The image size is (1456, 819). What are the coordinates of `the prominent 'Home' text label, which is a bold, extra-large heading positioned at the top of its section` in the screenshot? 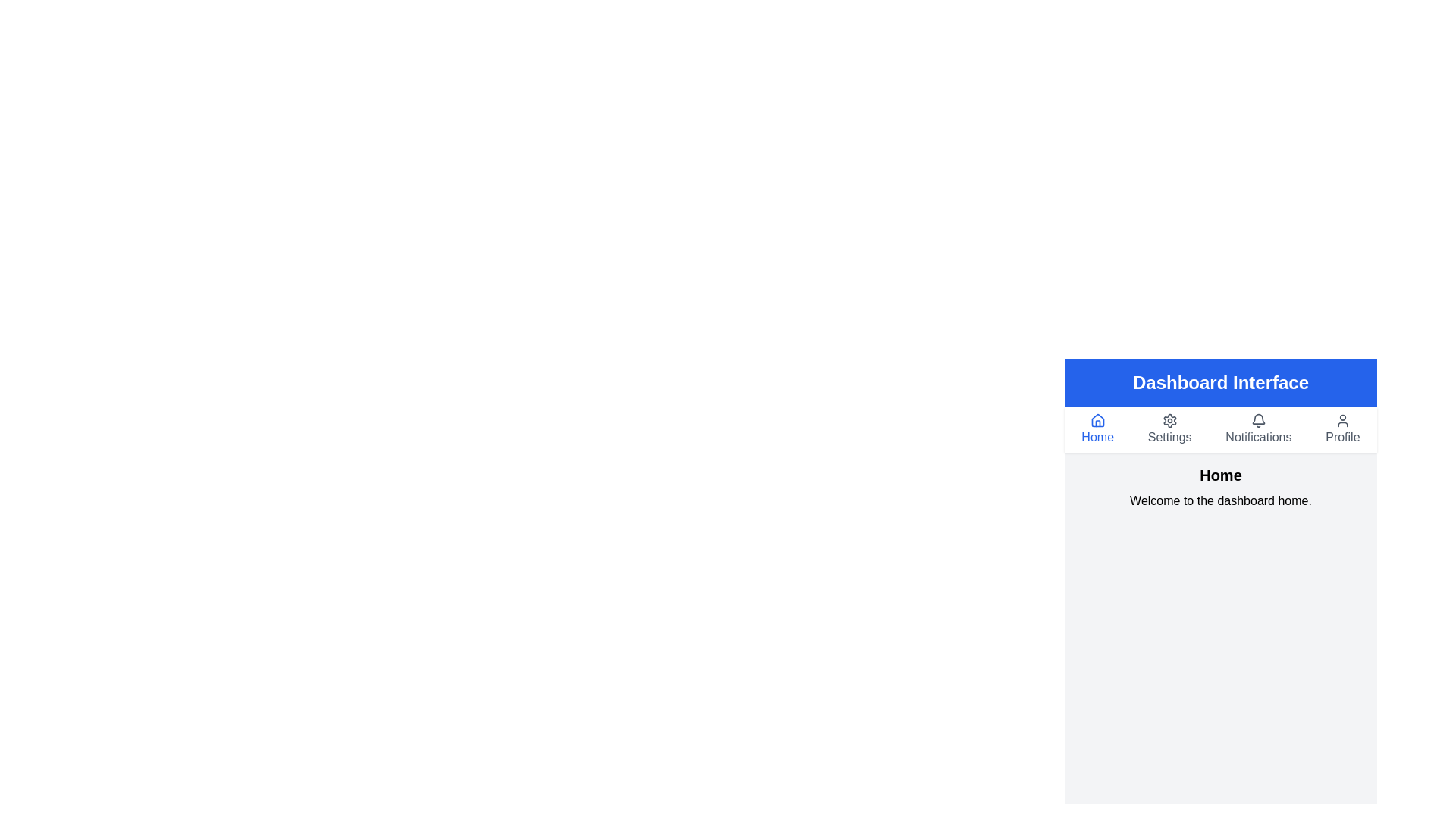 It's located at (1220, 475).